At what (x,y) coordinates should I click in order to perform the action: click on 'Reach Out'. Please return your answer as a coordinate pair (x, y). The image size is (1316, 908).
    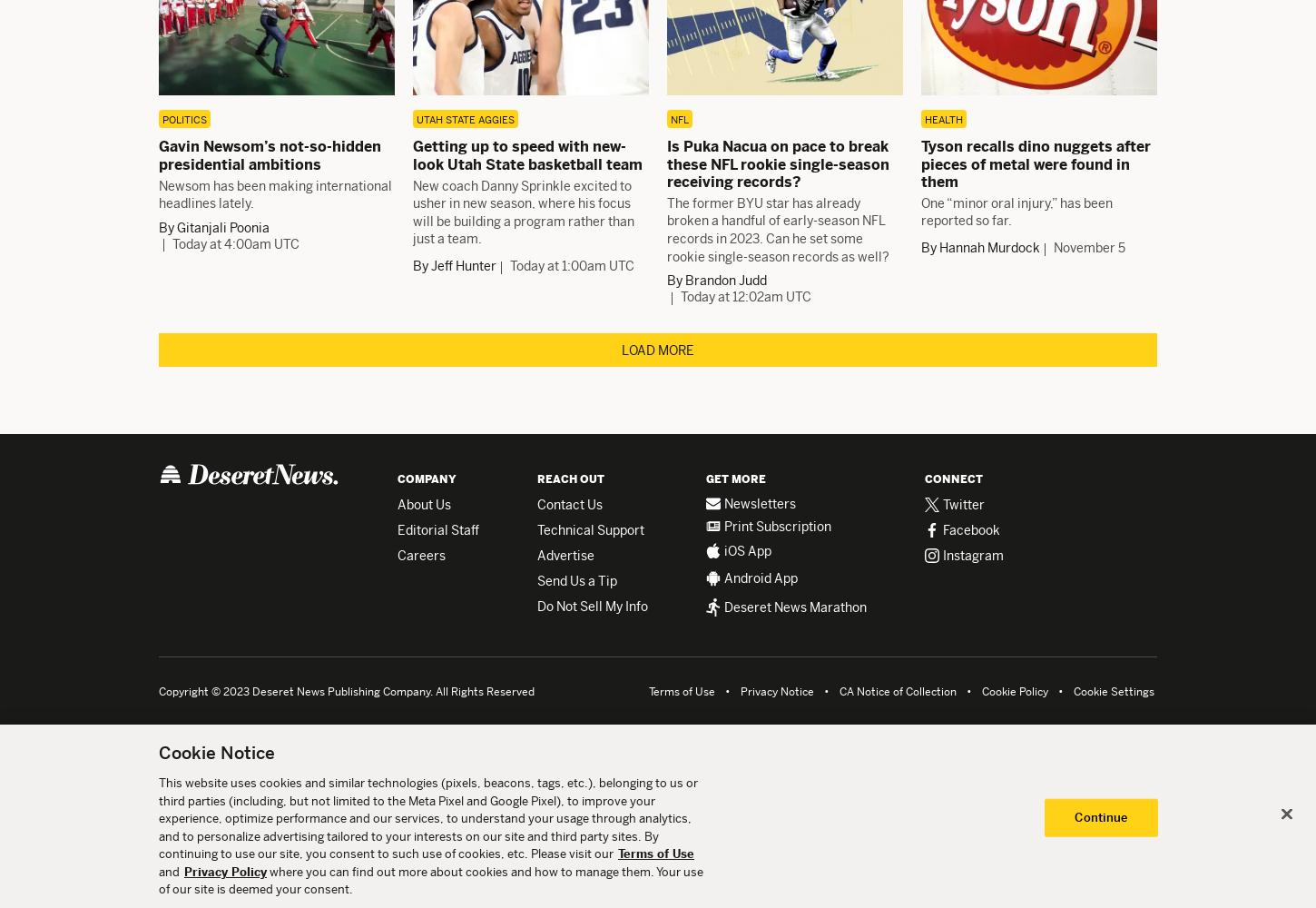
    Looking at the image, I should click on (570, 479).